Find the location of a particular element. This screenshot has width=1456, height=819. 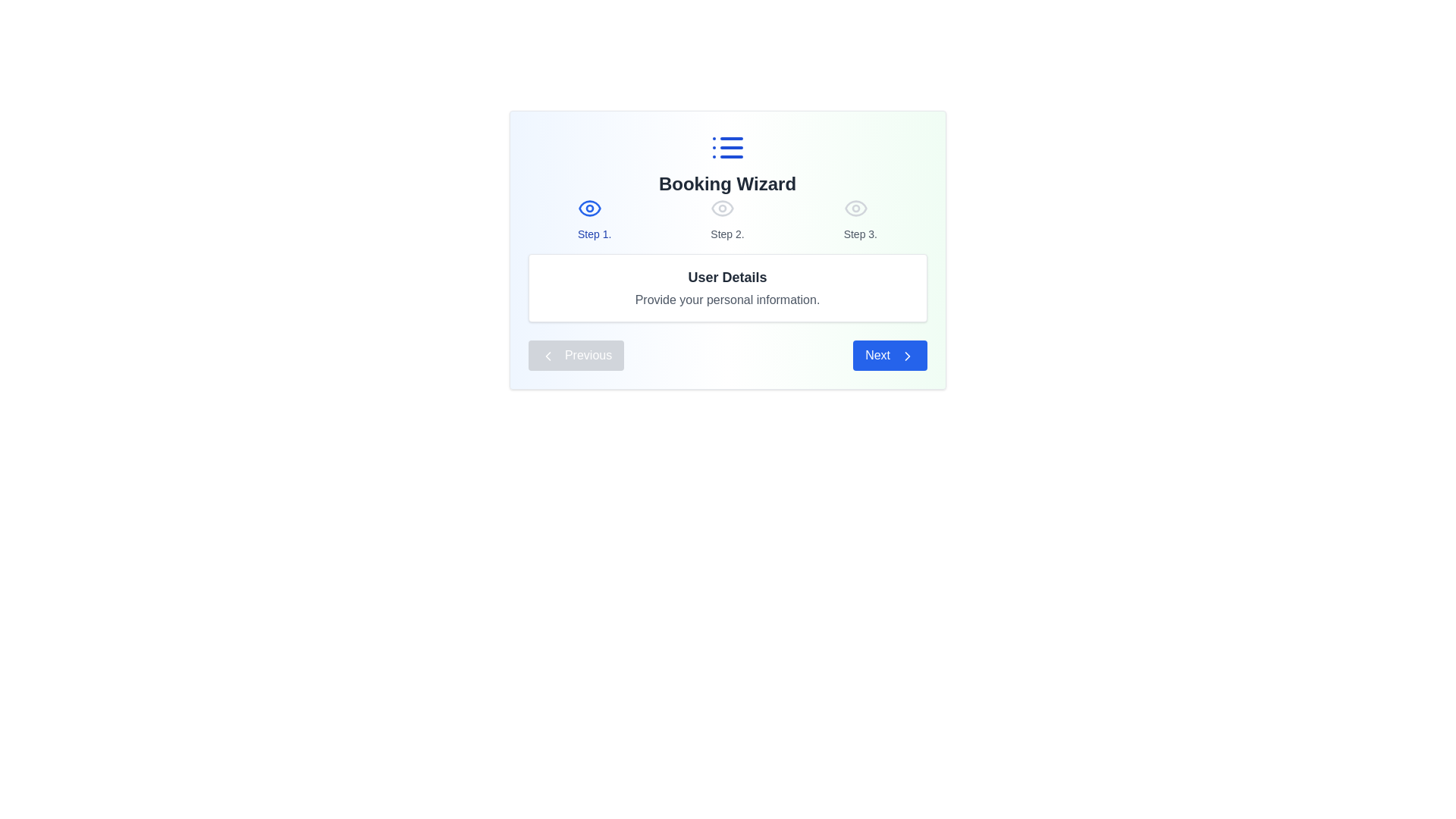

text label displaying 'Step 1.' in blue, which is positioned below the blue eye icon and indicates the first step in a horizontal sequence of steps is located at coordinates (594, 234).